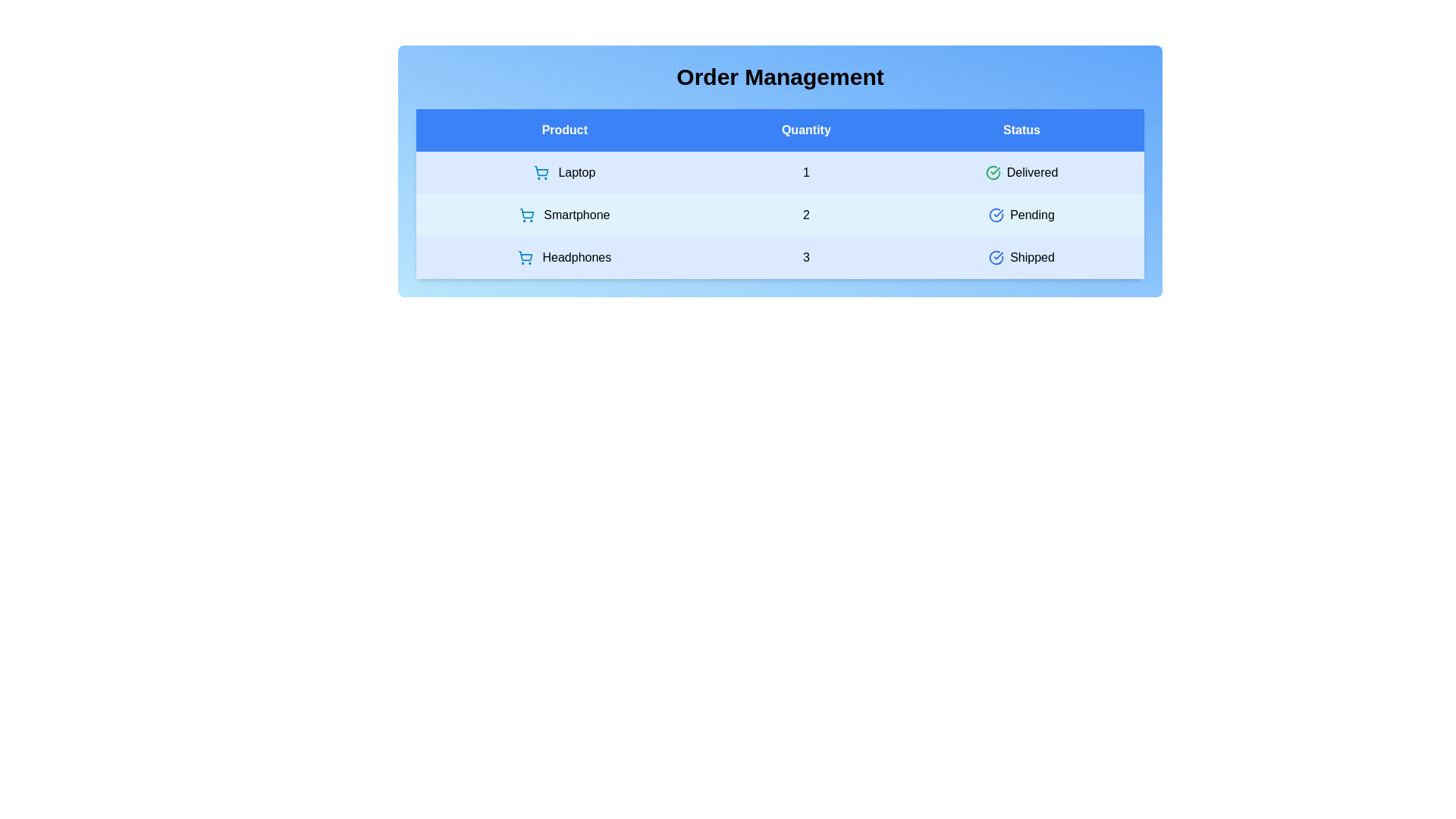 Image resolution: width=1456 pixels, height=819 pixels. Describe the element at coordinates (780, 171) in the screenshot. I see `the row corresponding to Laptop to highlight it` at that location.